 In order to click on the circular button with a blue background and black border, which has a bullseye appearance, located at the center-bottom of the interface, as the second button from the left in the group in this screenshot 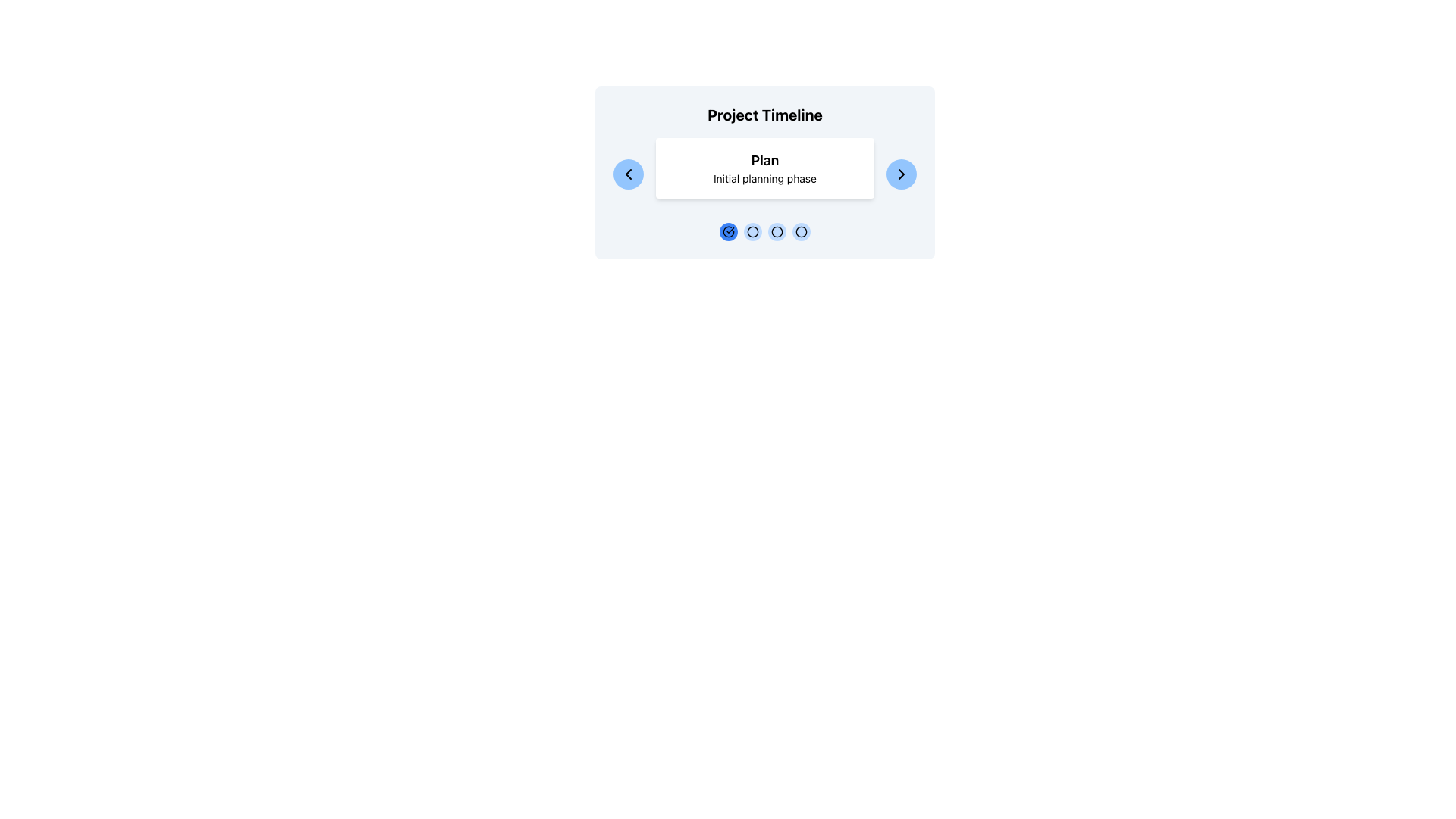, I will do `click(753, 231)`.